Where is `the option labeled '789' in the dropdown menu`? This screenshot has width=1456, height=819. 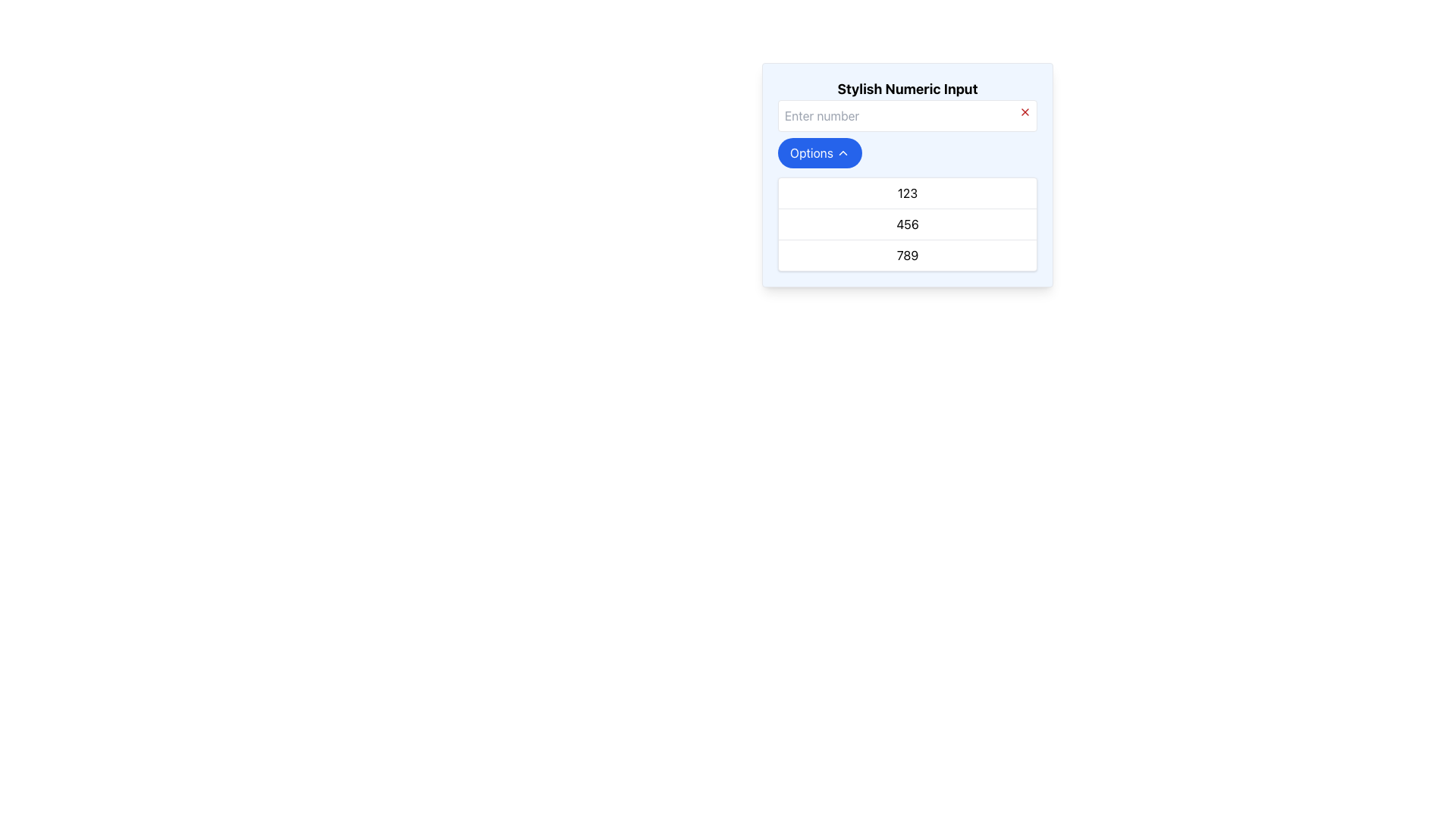 the option labeled '789' in the dropdown menu is located at coordinates (907, 254).